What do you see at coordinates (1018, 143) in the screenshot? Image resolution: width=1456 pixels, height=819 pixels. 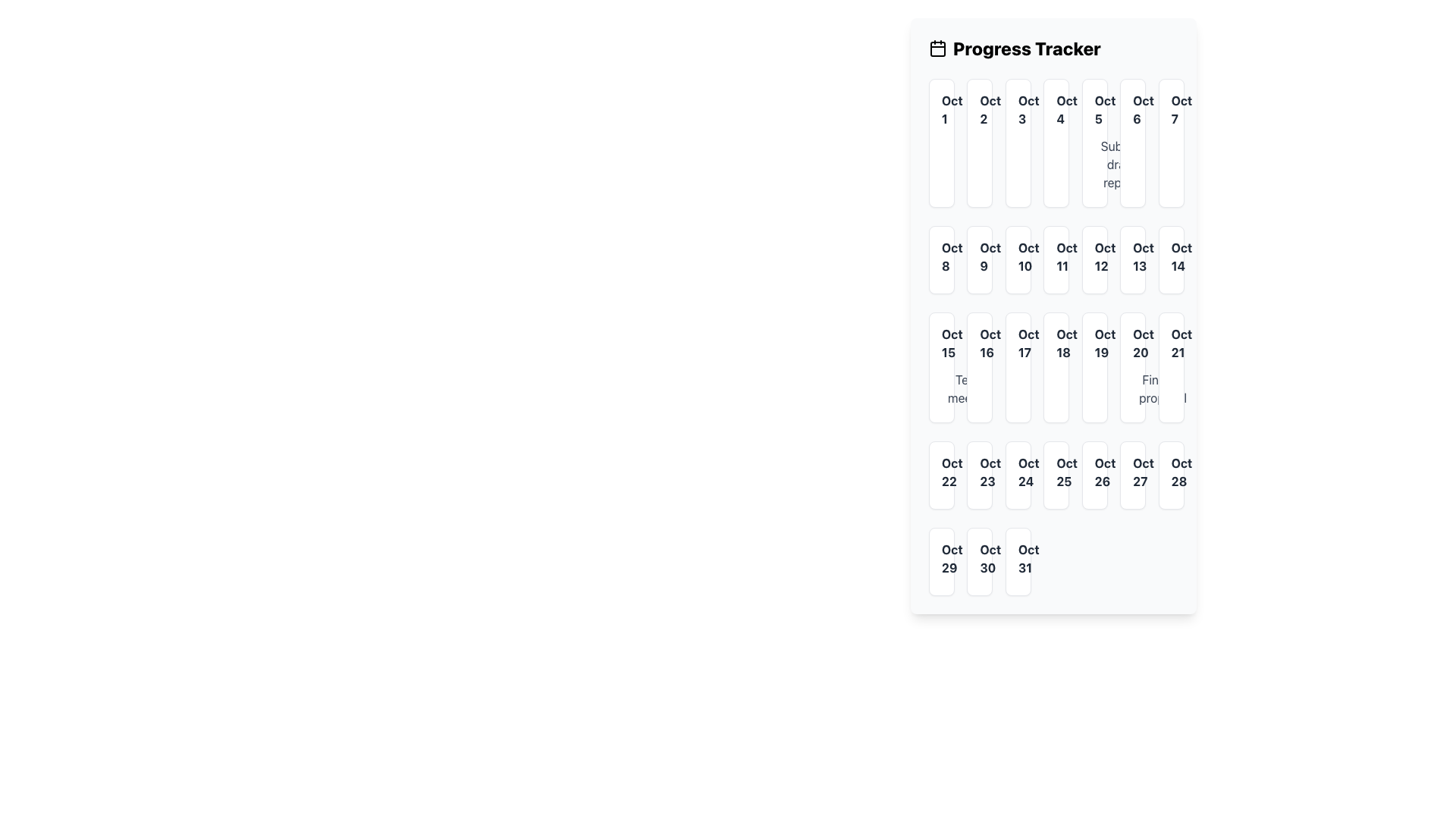 I see `the Date block displaying 'Oct 3'` at bounding box center [1018, 143].